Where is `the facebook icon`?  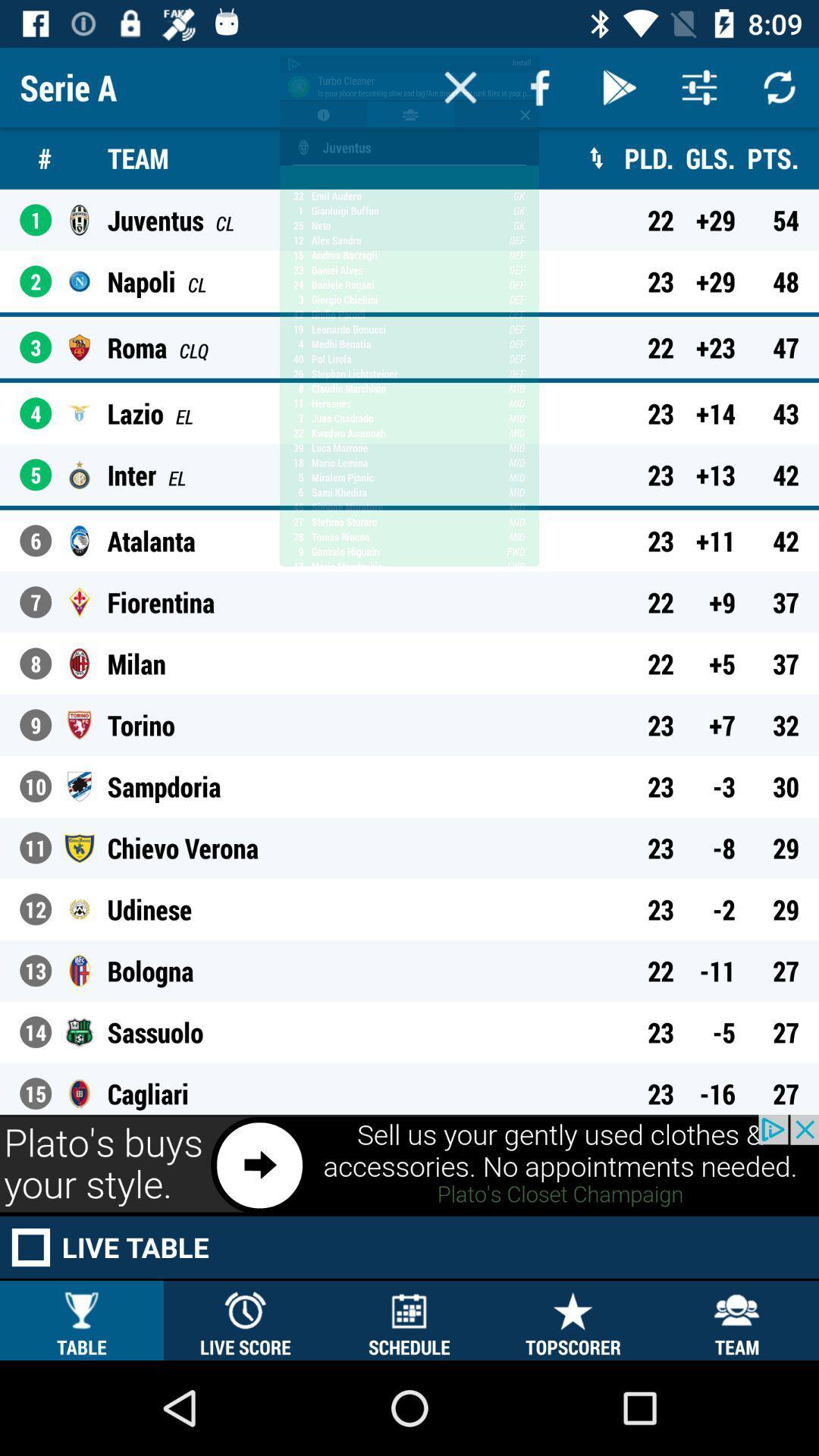
the facebook icon is located at coordinates (539, 86).